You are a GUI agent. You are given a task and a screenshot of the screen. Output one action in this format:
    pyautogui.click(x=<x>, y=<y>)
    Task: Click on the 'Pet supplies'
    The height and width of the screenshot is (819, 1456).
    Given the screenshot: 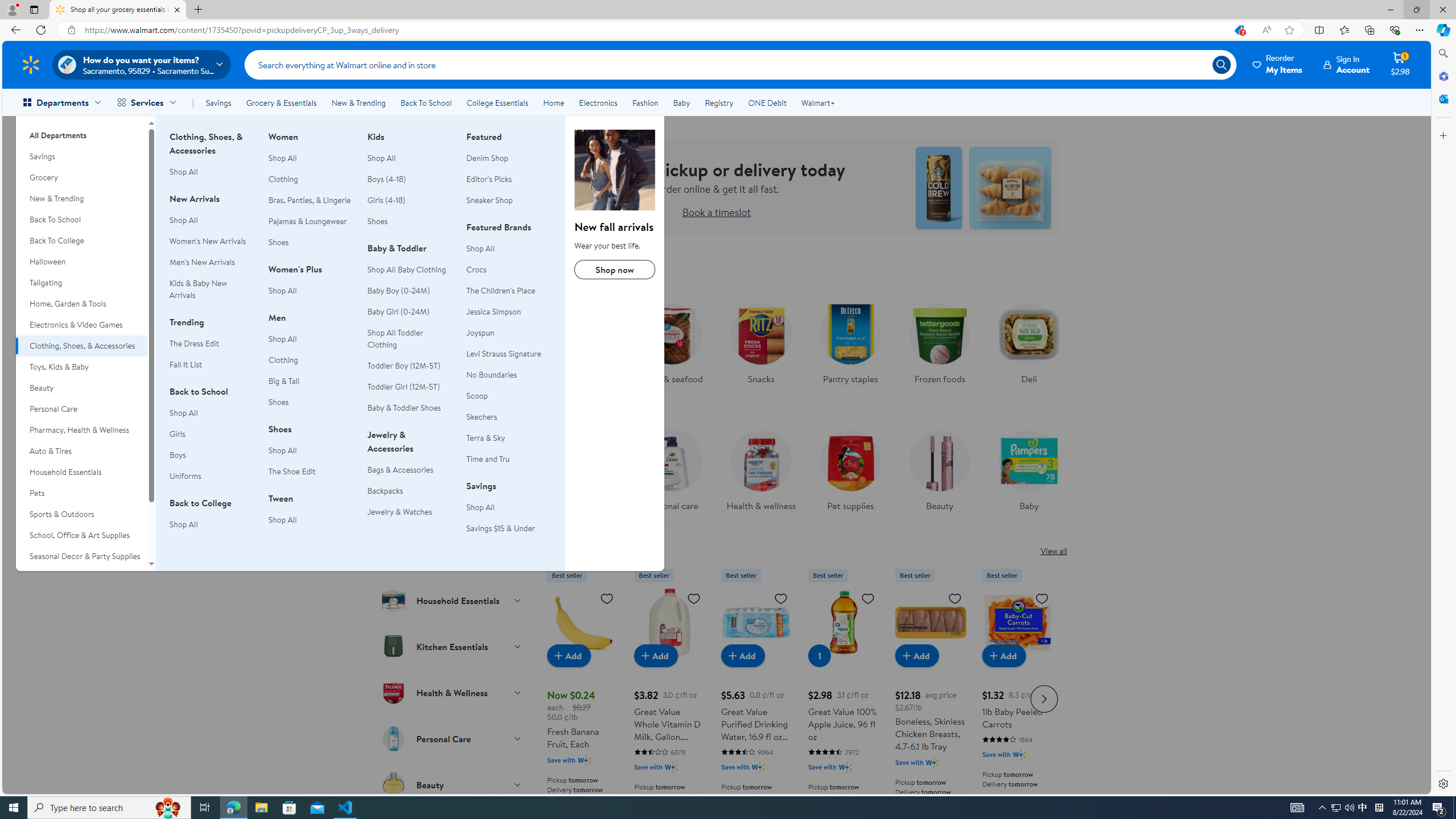 What is the action you would take?
    pyautogui.click(x=850, y=473)
    